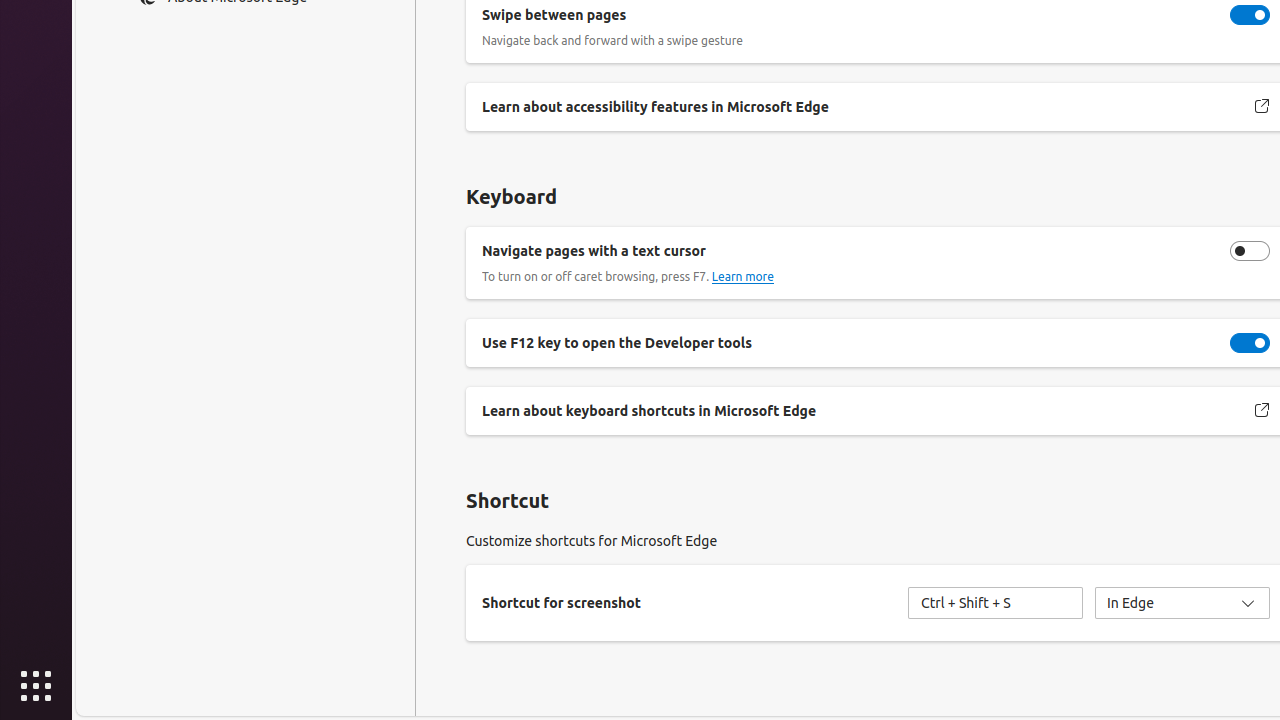 The width and height of the screenshot is (1280, 720). Describe the element at coordinates (741, 276) in the screenshot. I see `'Learn more about caret browsing.'` at that location.